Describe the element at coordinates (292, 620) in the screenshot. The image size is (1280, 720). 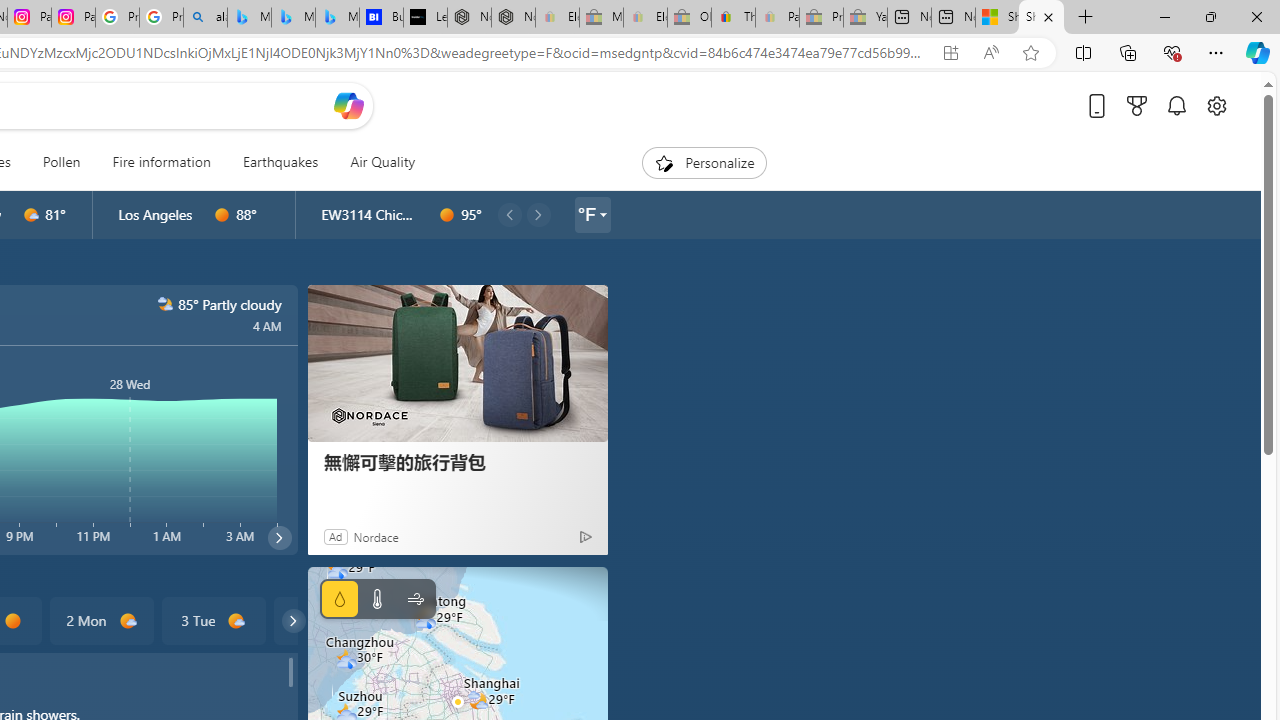
I see `'common/carouselChevron'` at that location.